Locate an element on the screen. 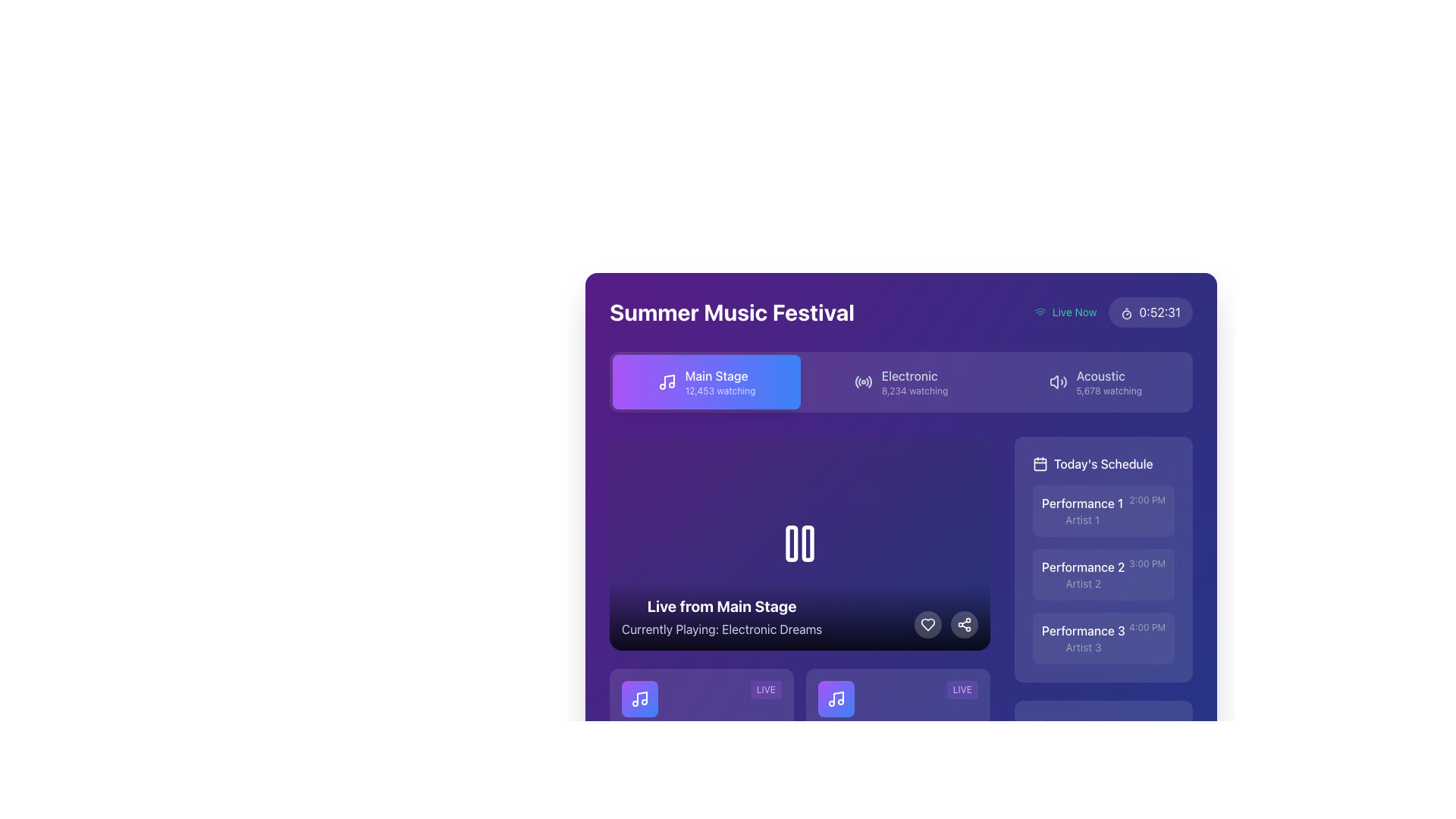 This screenshot has width=1456, height=819. the text label that provides information about the current activity or context, which is situated near the lower central part of the interface, above the 'Currently Playing: Electronic Dreams.' text element is located at coordinates (721, 606).